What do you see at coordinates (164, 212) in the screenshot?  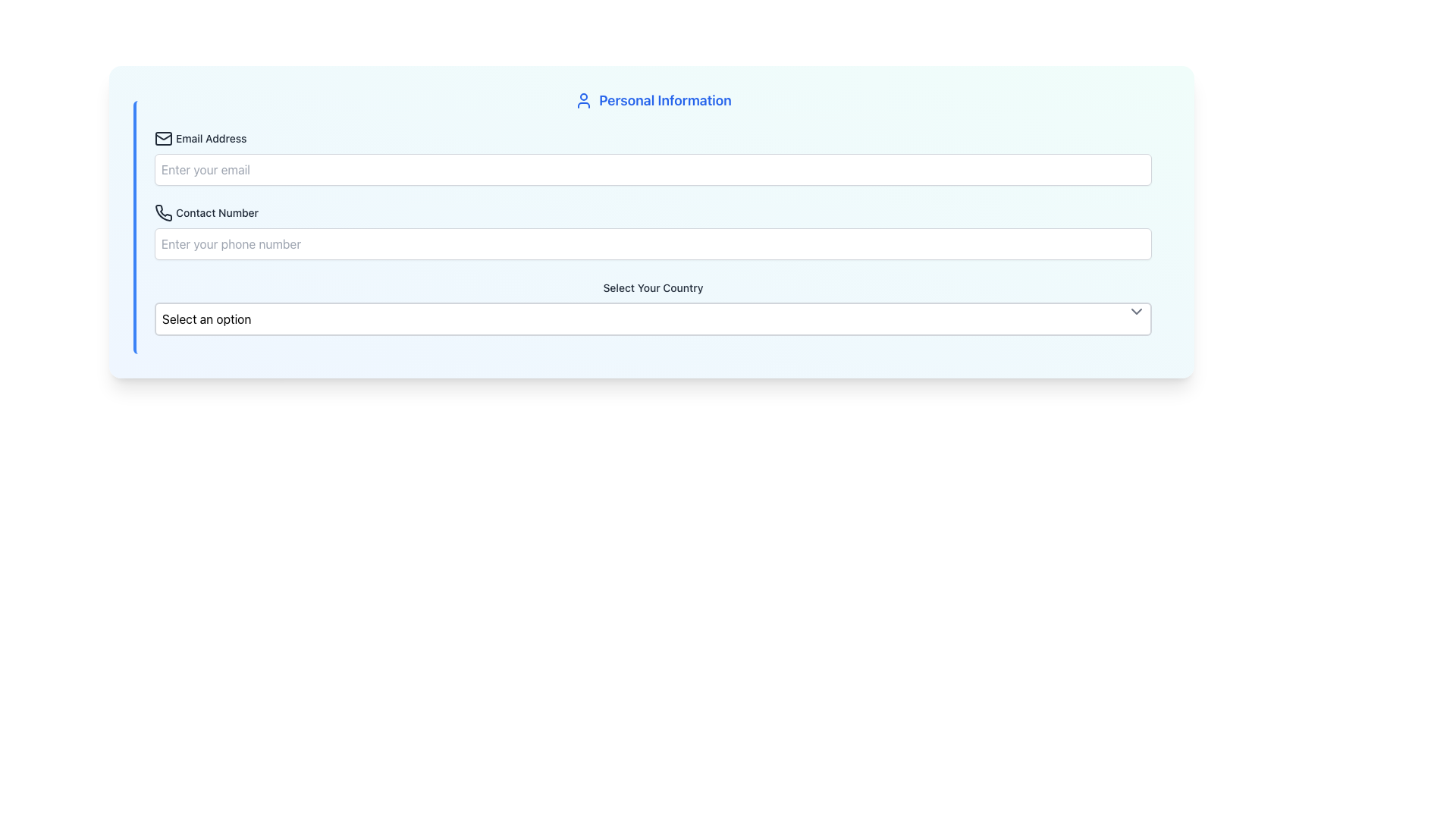 I see `the phone icon, which is styled with a curved outline and located to the left of the 'Contact Number' label and input field in the form` at bounding box center [164, 212].